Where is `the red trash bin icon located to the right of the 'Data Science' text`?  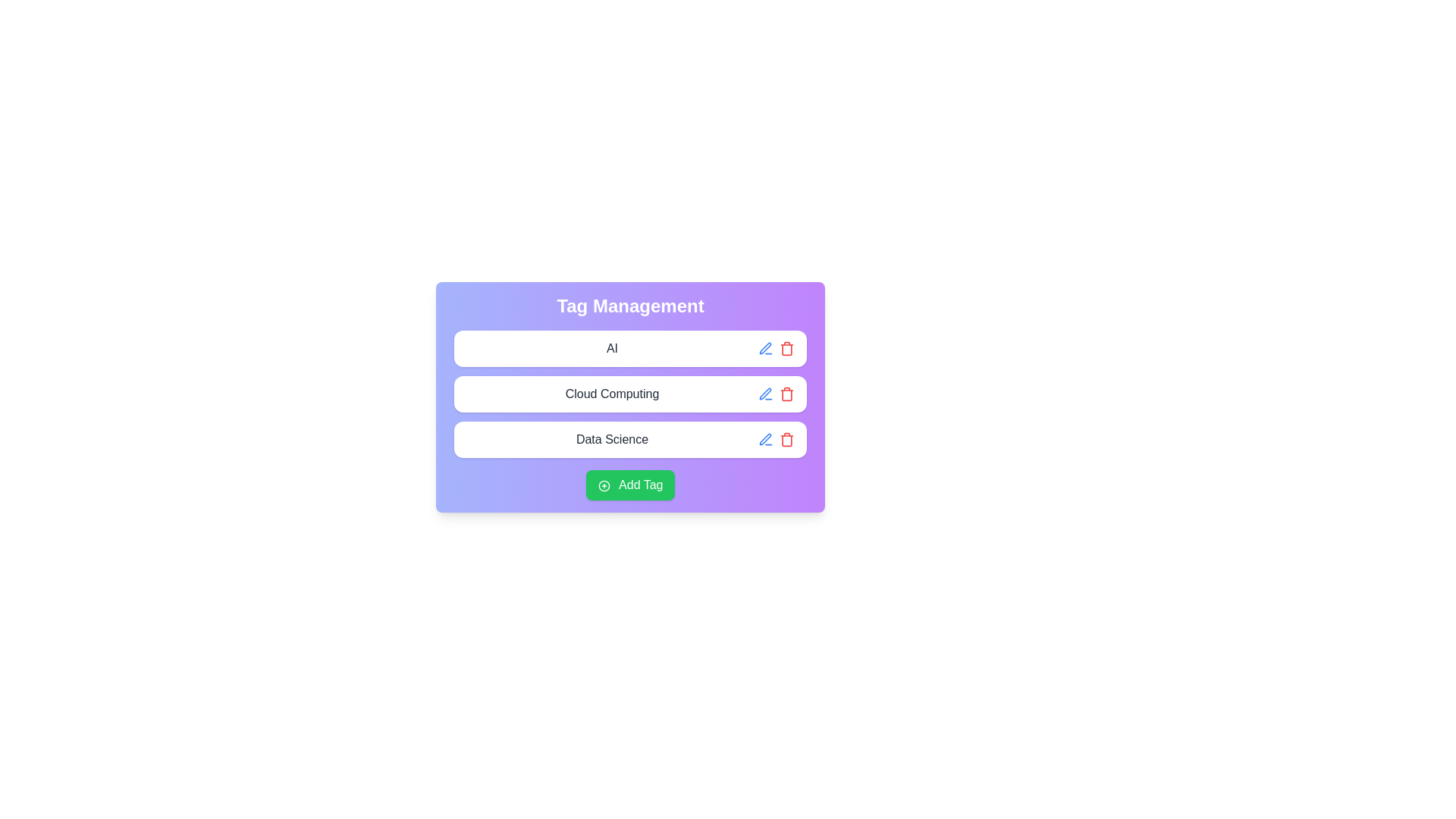
the red trash bin icon located to the right of the 'Data Science' text is located at coordinates (776, 439).